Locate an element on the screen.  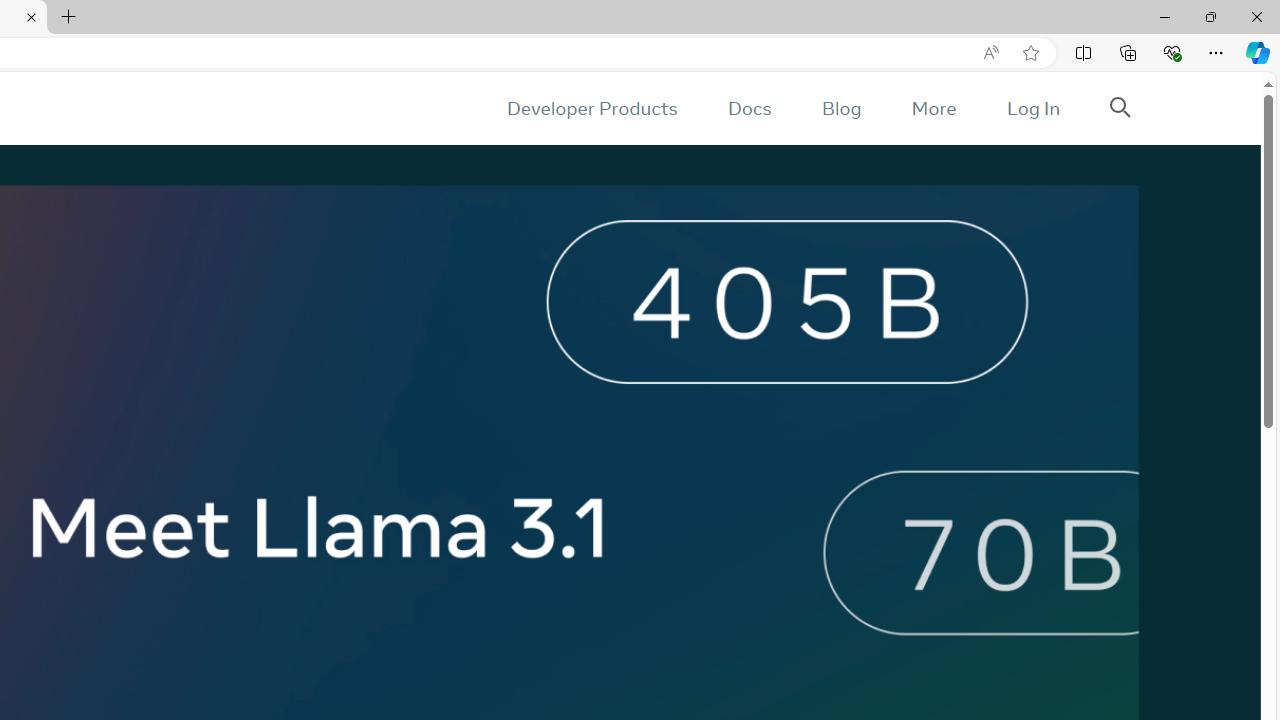
'Developer Products' is located at coordinates (591, 108).